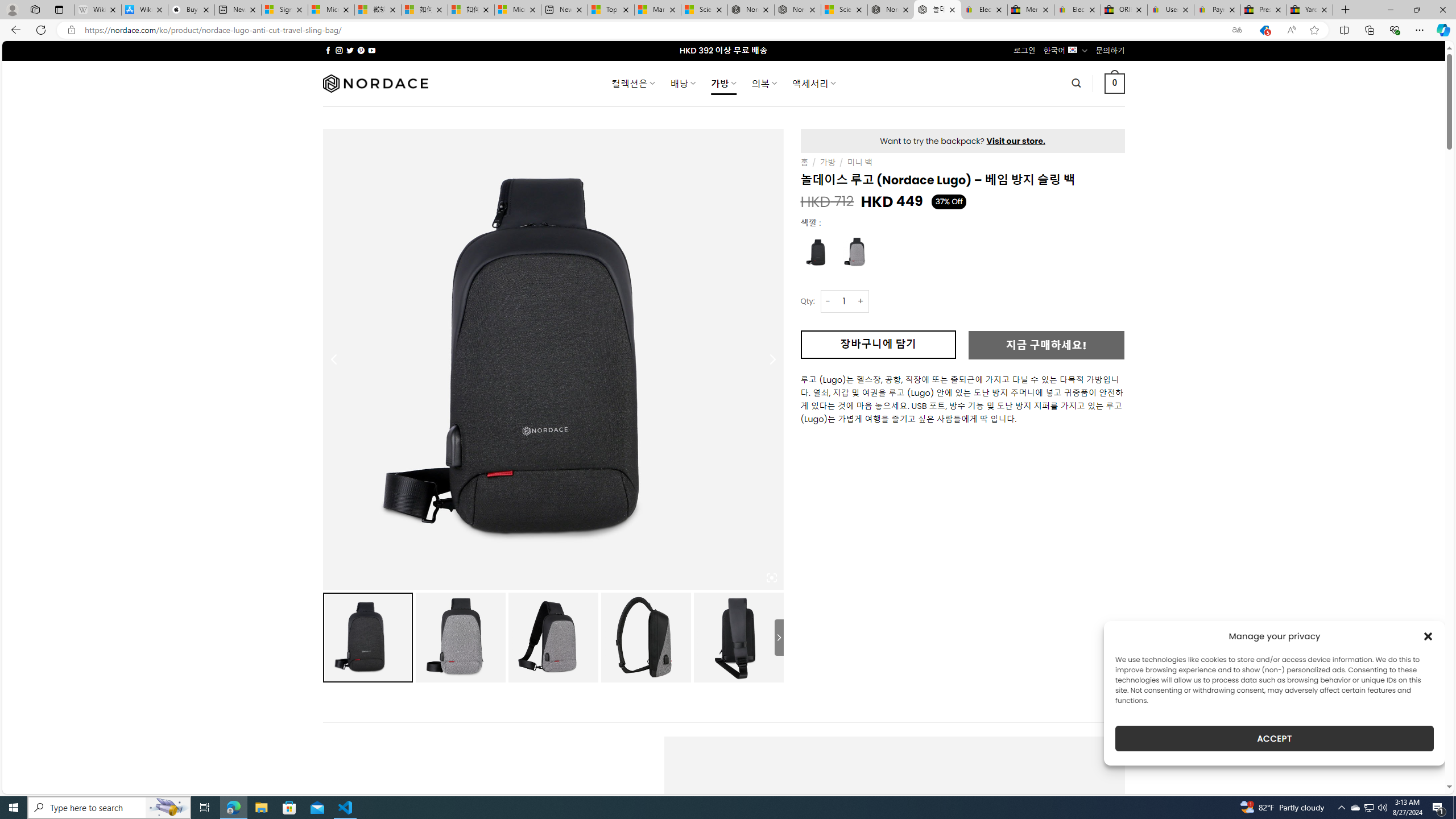  I want to click on 'Follow on Instagram', so click(338, 50).